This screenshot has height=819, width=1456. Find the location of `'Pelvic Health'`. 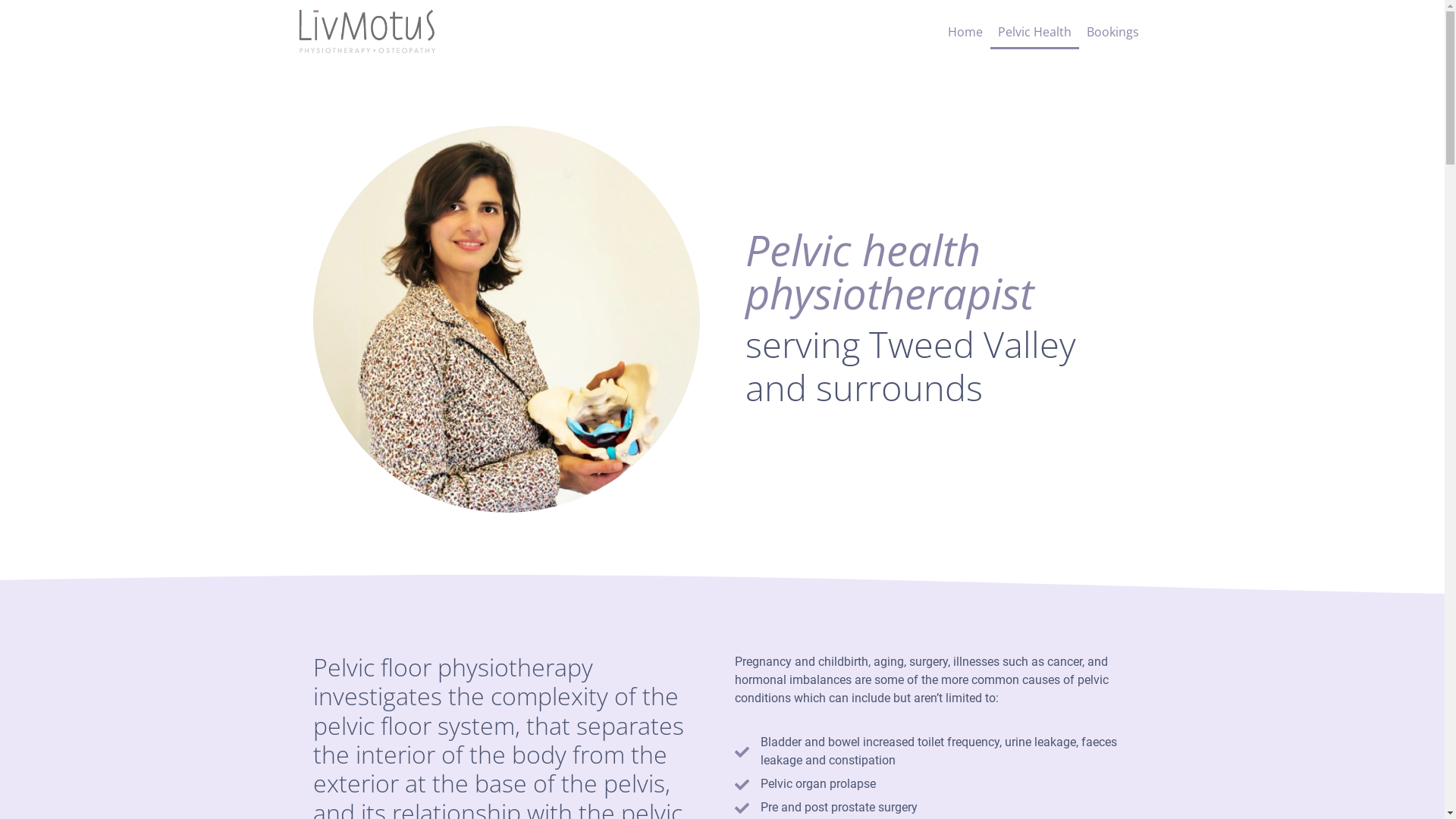

'Pelvic Health' is located at coordinates (1034, 32).